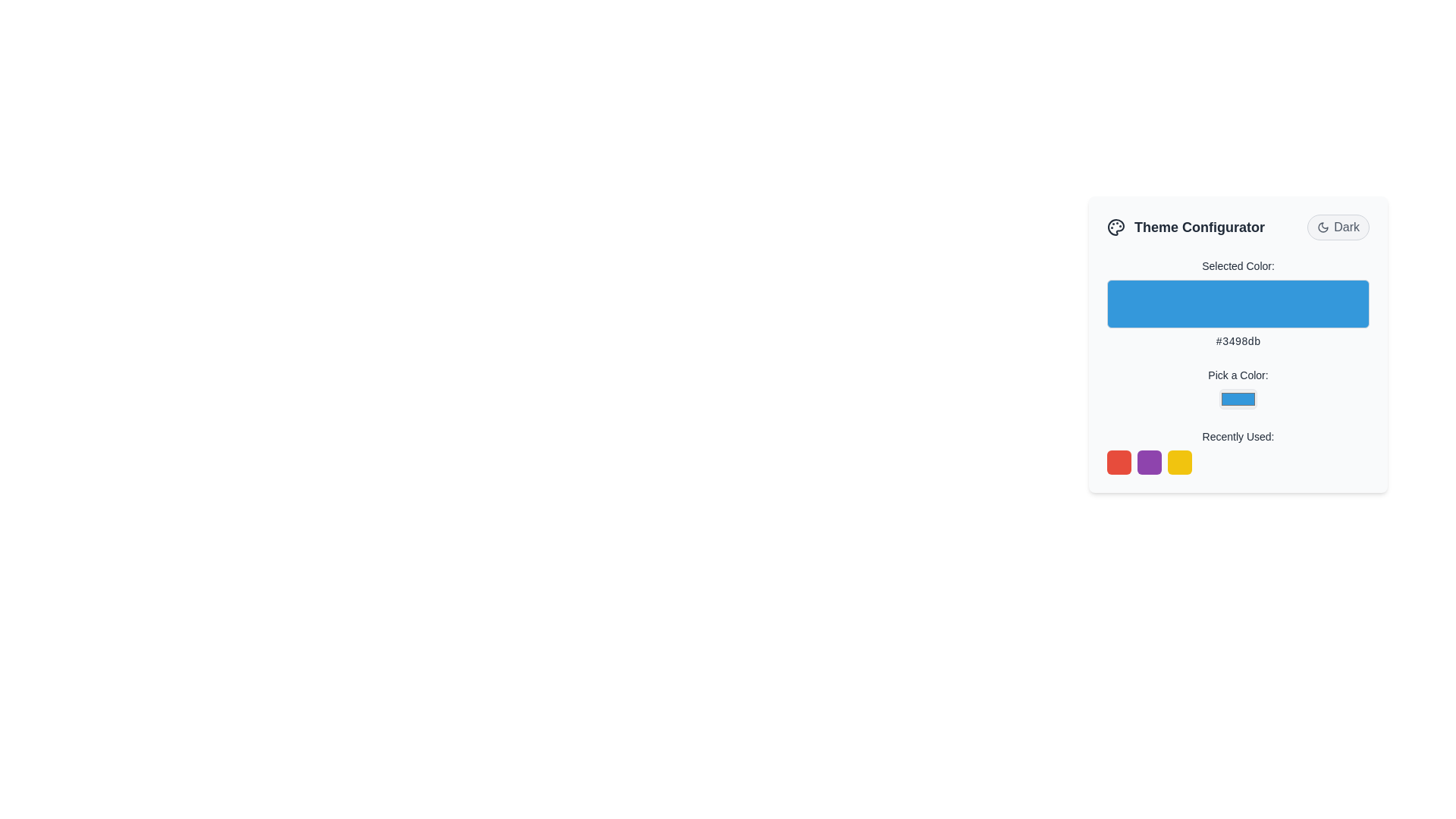  I want to click on the moon-shaped icon with a grayish outline, which is part of the 'Dark' button located at the top-right corner of the theme configuration card, so click(1323, 227).